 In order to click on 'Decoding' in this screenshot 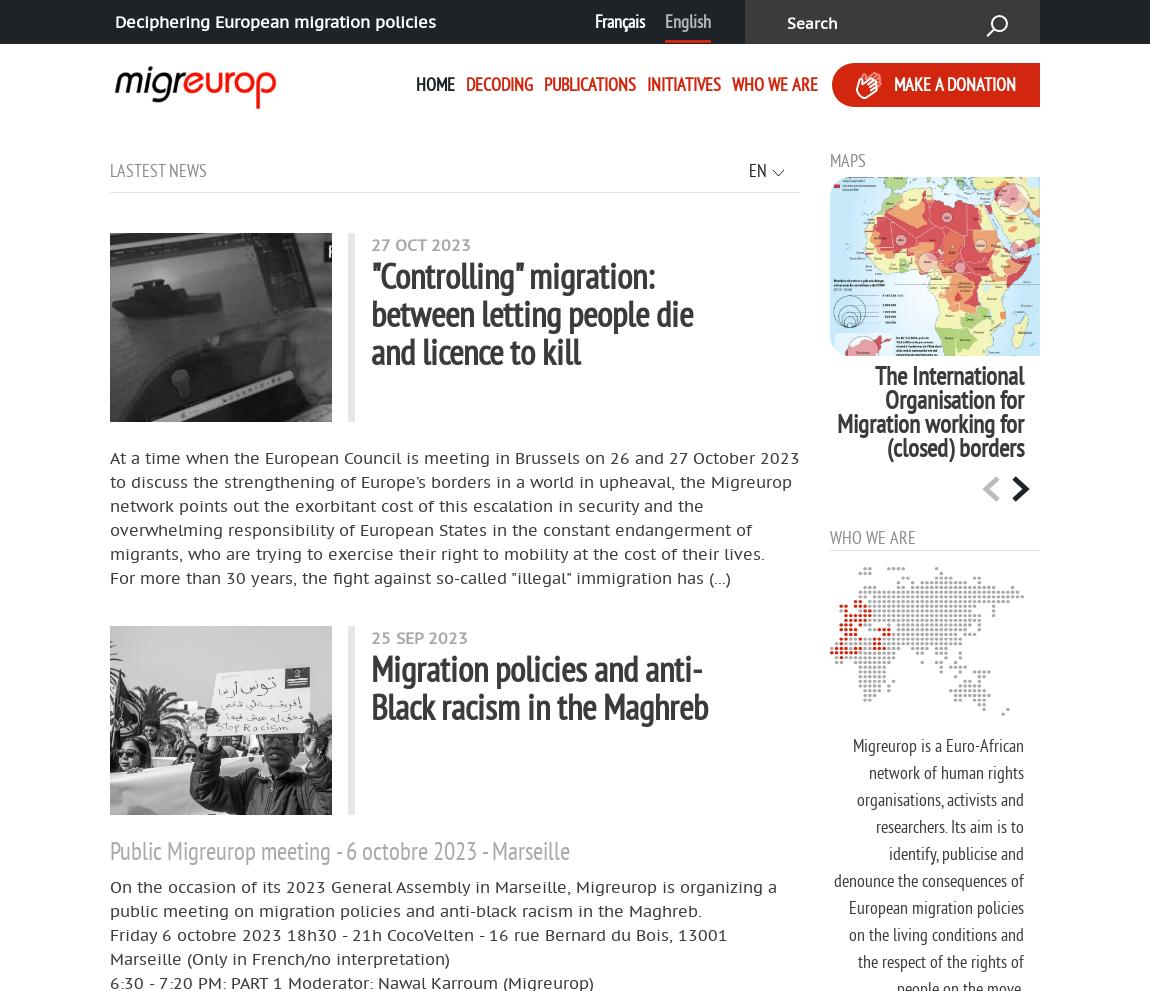, I will do `click(498, 83)`.